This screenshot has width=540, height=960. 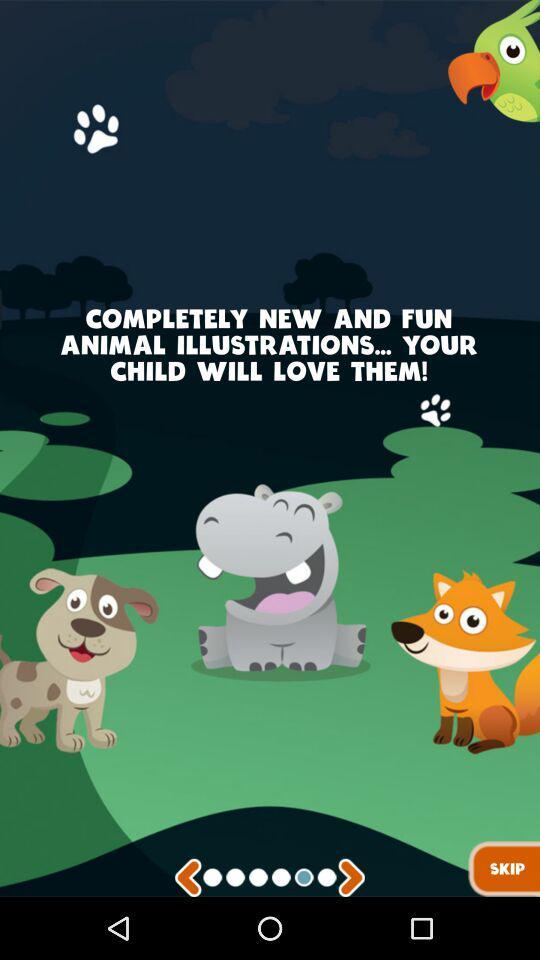 I want to click on the av_rewind icon, so click(x=188, y=939).